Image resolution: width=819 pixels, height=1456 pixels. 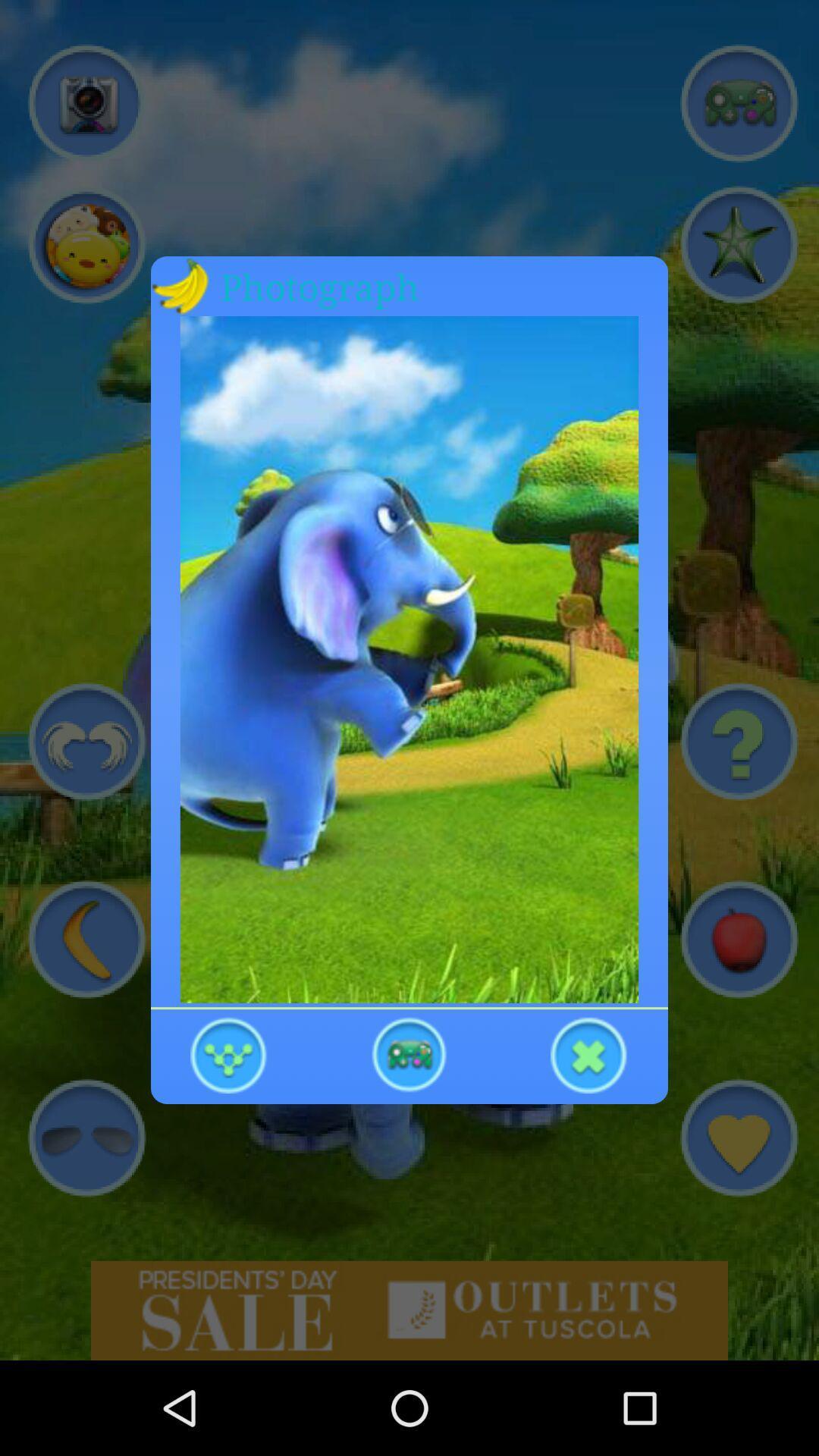 I want to click on the item at the bottom left corner, so click(x=229, y=1053).